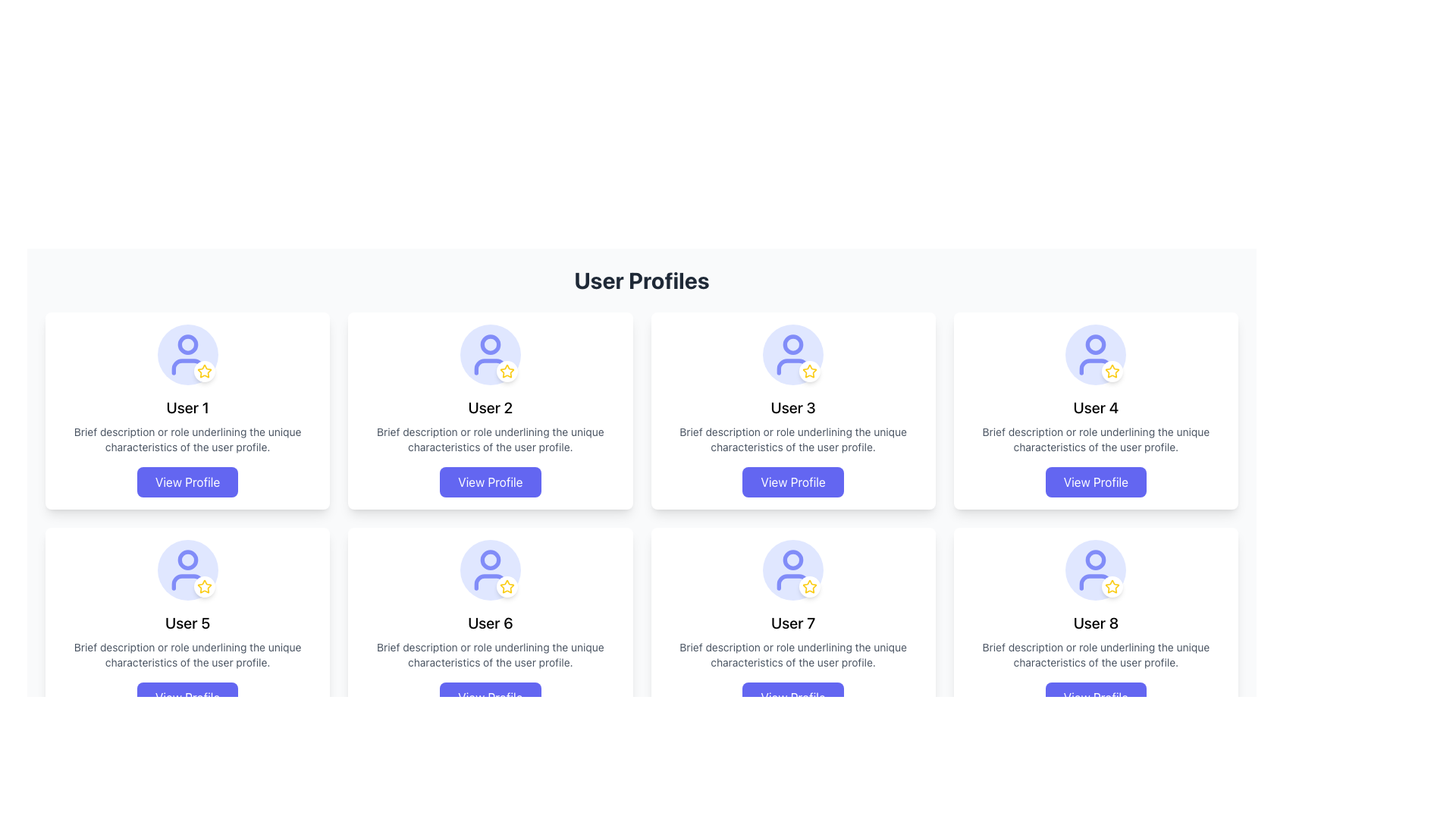 This screenshot has height=819, width=1456. What do you see at coordinates (1096, 406) in the screenshot?
I see `text of the 'User 4' title, which is styled with medium font size and bold weight, located in the fourth user card from the left in the top row of the grid layout` at bounding box center [1096, 406].